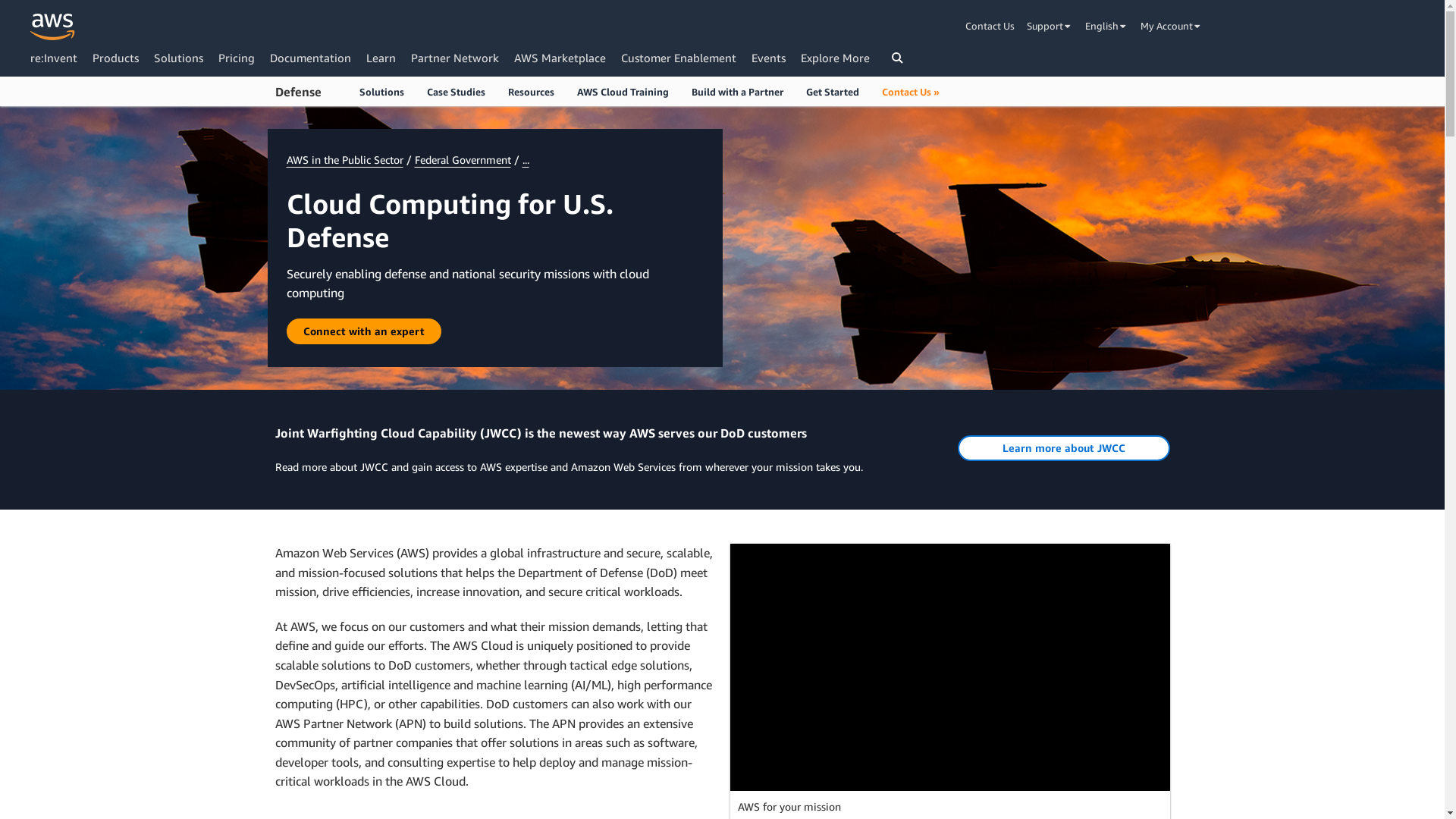 The height and width of the screenshot is (819, 1456). I want to click on 'Case Studies', so click(455, 91).